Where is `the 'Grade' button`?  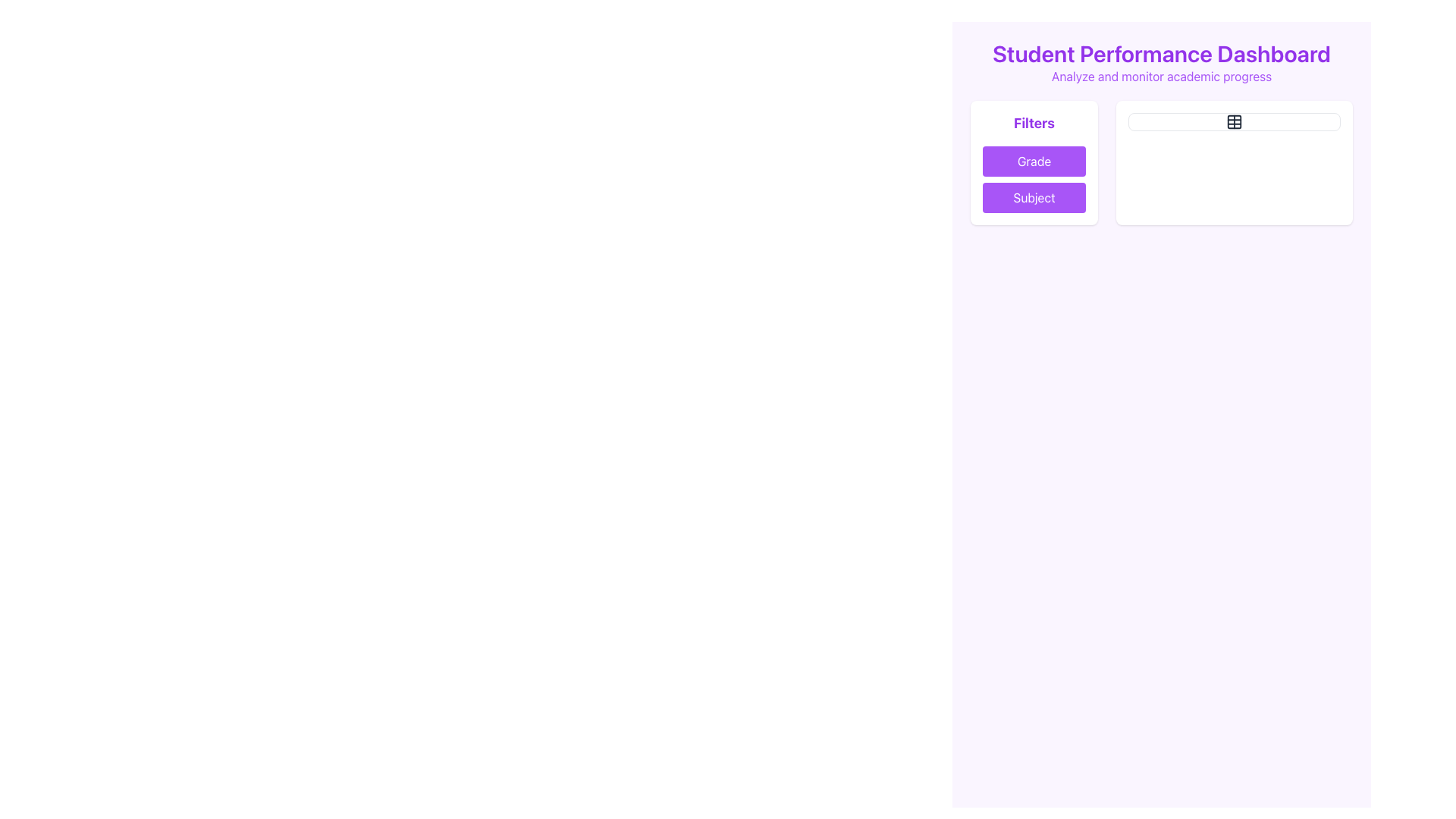 the 'Grade' button is located at coordinates (1033, 161).